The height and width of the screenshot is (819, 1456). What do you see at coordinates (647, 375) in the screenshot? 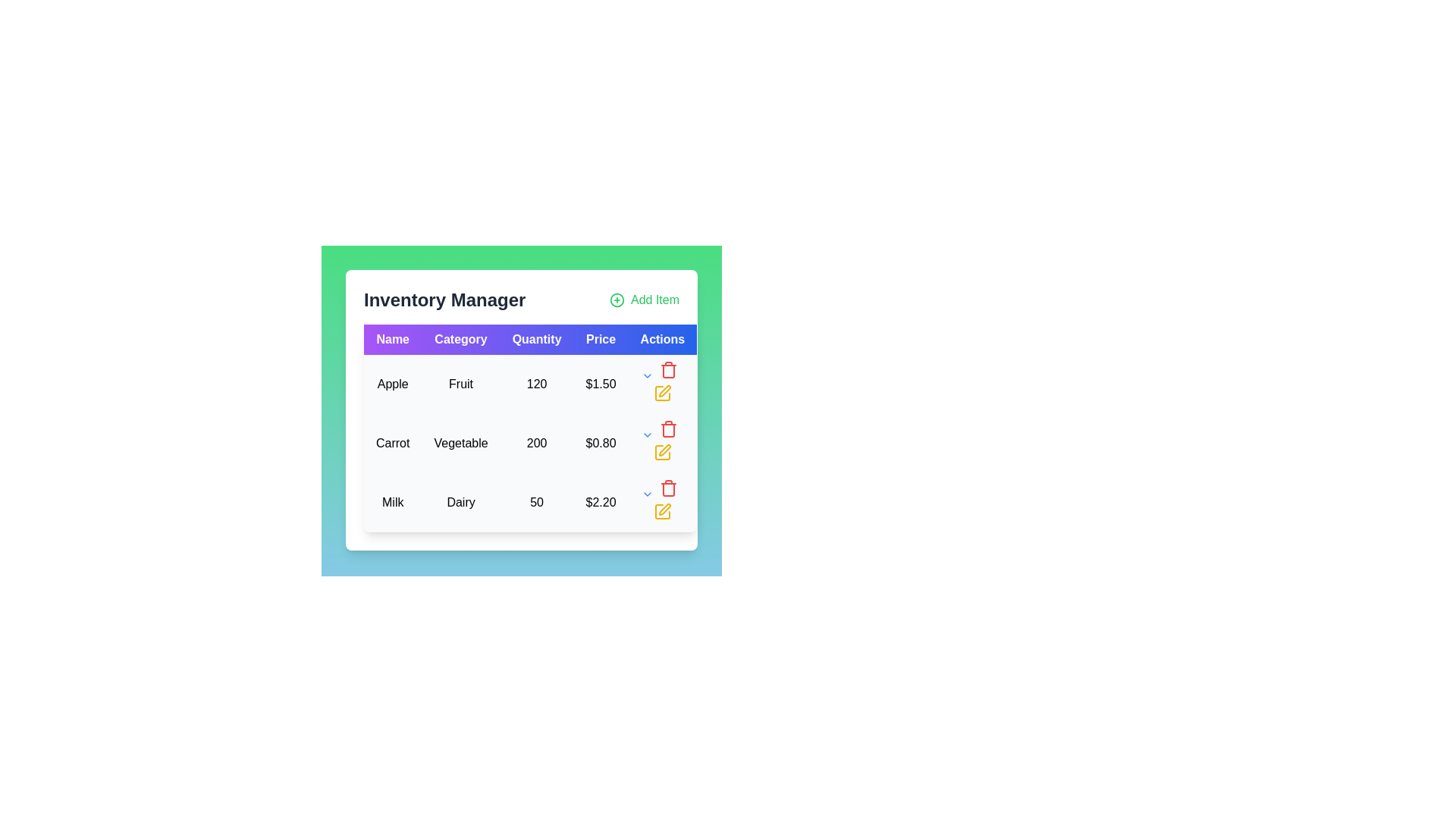
I see `the dropdown toggle chevron icon located on the right side of the second row in the 'Actions' column of the 'Inventory Manager' table` at bounding box center [647, 375].